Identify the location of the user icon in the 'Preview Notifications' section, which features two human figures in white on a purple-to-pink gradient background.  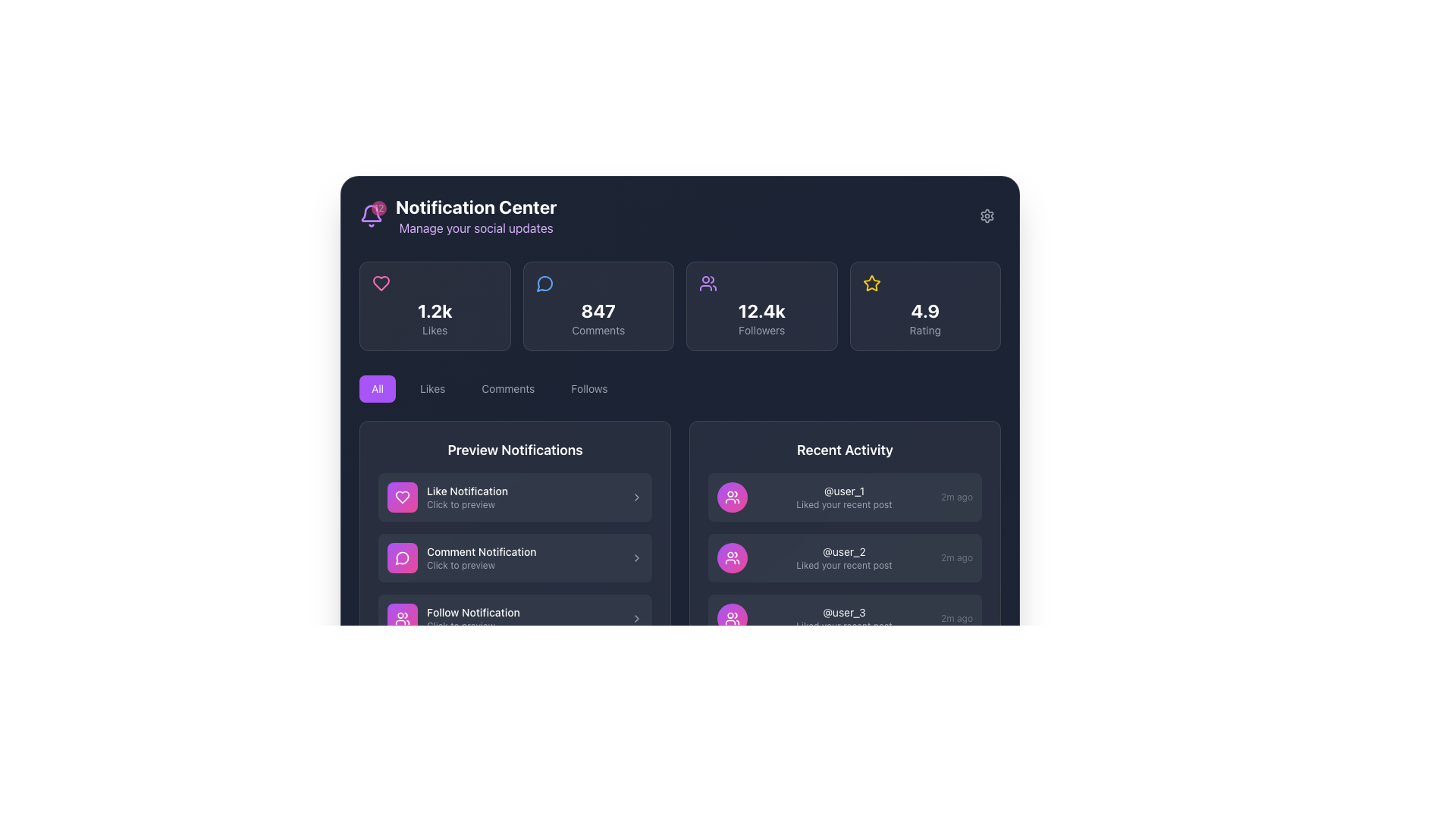
(403, 619).